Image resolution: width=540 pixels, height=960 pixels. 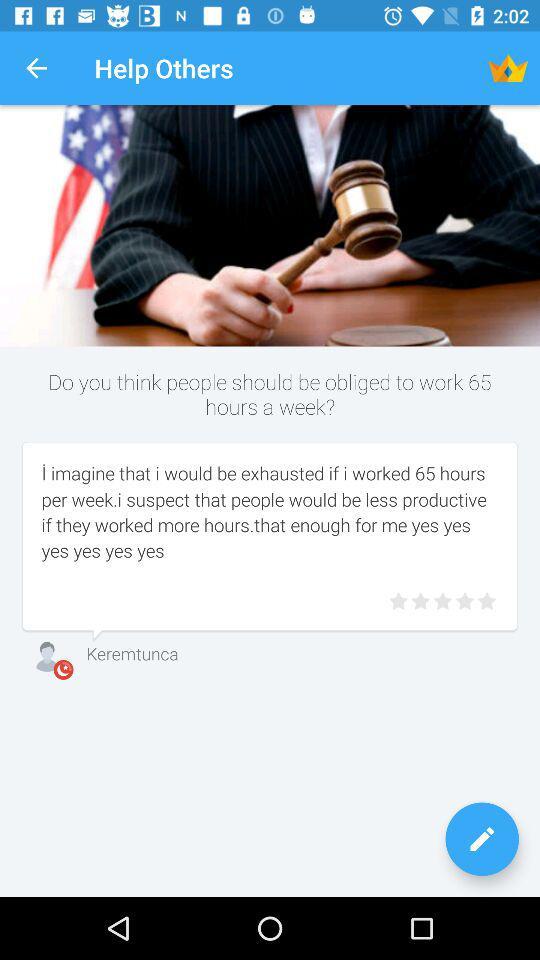 What do you see at coordinates (36, 68) in the screenshot?
I see `the app to the left of the help others` at bounding box center [36, 68].